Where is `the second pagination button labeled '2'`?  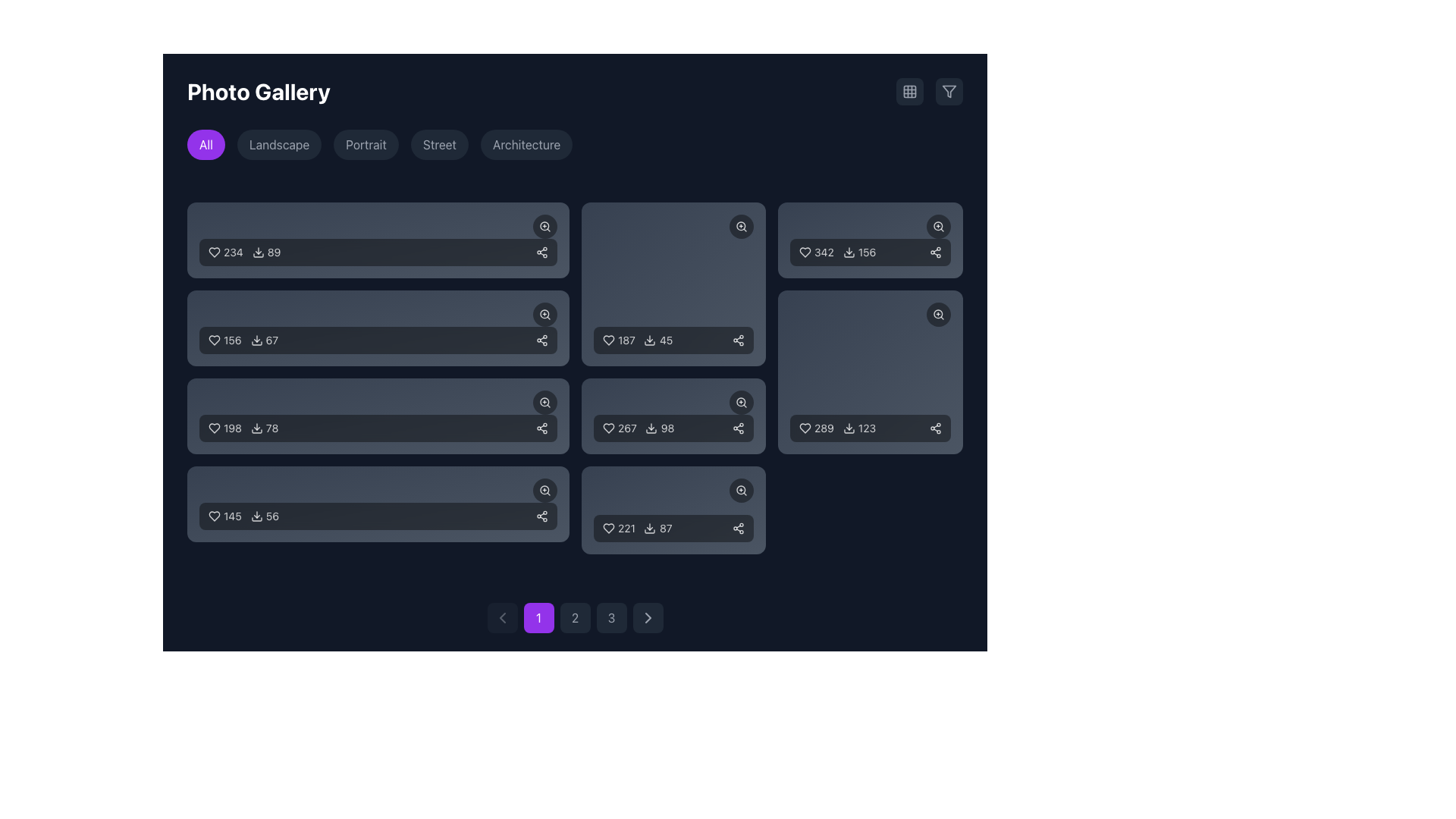 the second pagination button labeled '2' is located at coordinates (574, 604).